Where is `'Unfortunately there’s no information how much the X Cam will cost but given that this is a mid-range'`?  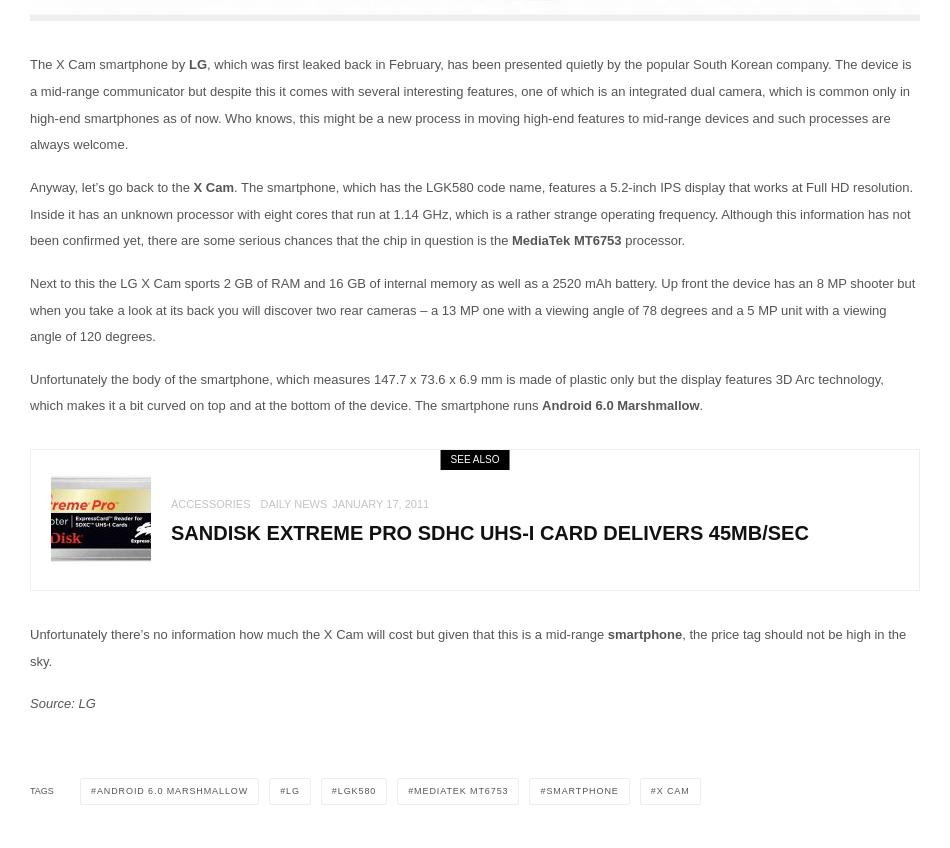 'Unfortunately there’s no information how much the X Cam will cost but given that this is a mid-range' is located at coordinates (30, 634).